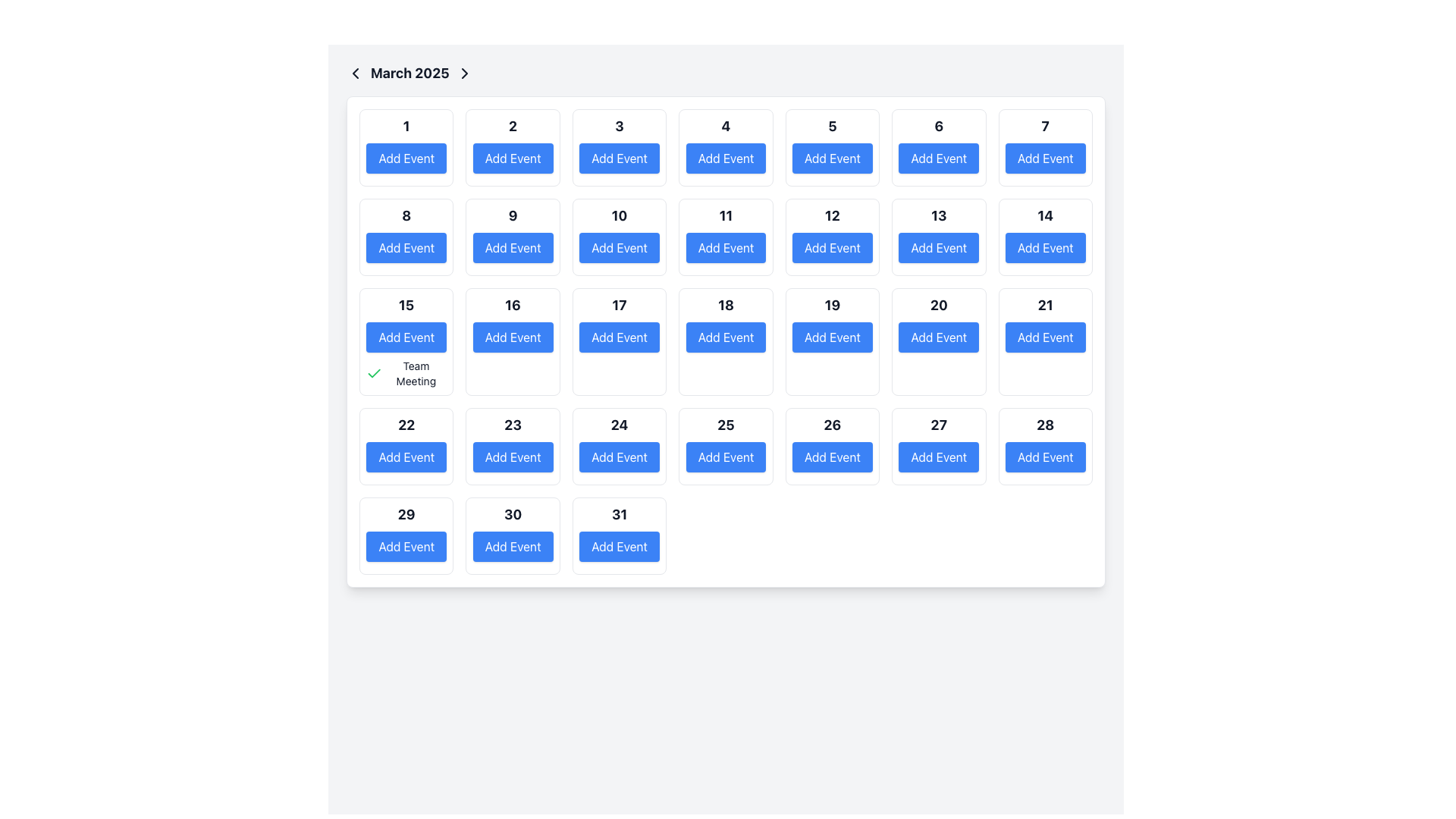 This screenshot has width=1456, height=819. What do you see at coordinates (1044, 158) in the screenshot?
I see `the button located under the heading '7' in the calendar grid` at bounding box center [1044, 158].